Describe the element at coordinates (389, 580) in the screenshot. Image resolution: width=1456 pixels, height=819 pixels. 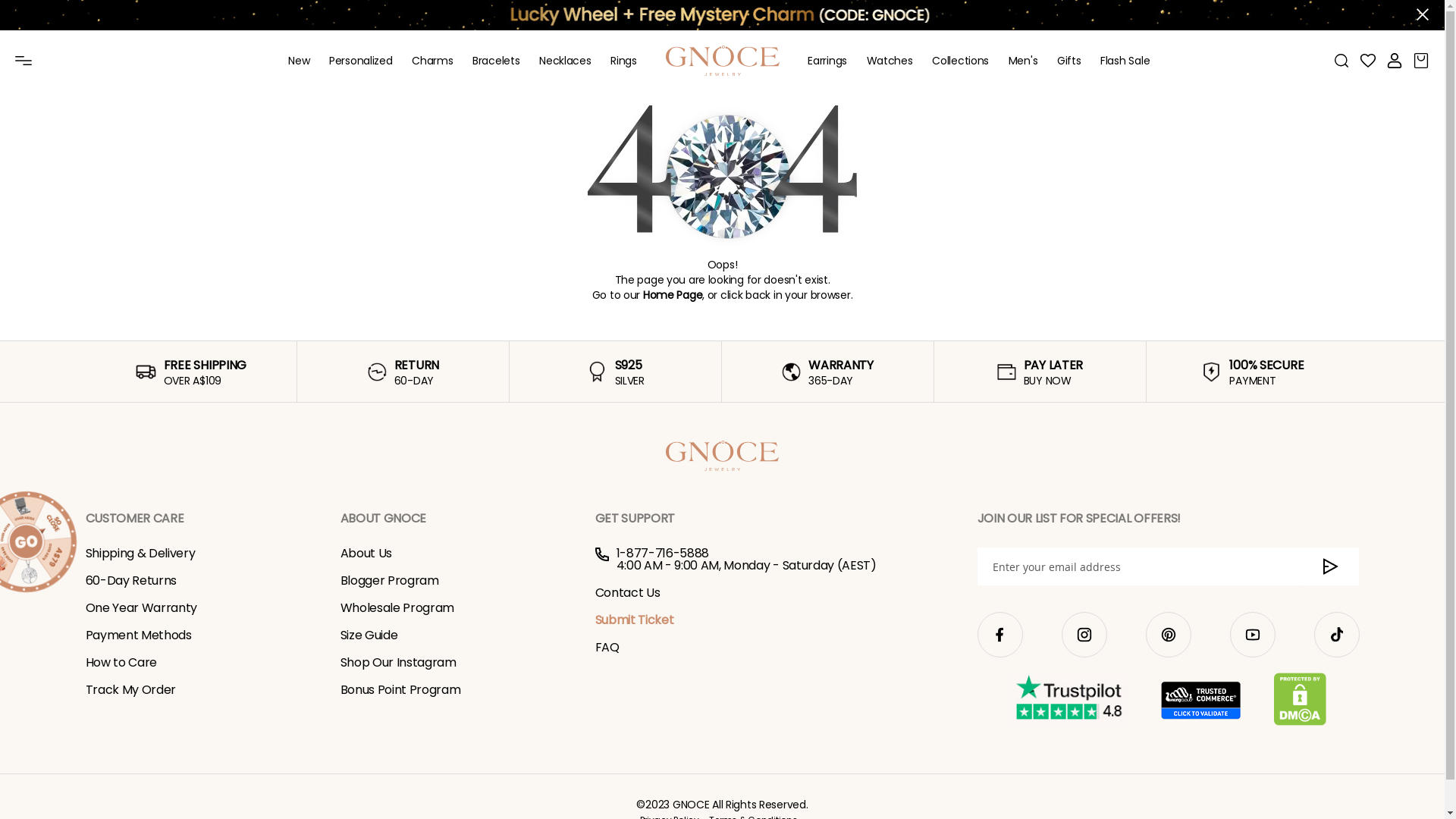
I see `'Blogger Program'` at that location.